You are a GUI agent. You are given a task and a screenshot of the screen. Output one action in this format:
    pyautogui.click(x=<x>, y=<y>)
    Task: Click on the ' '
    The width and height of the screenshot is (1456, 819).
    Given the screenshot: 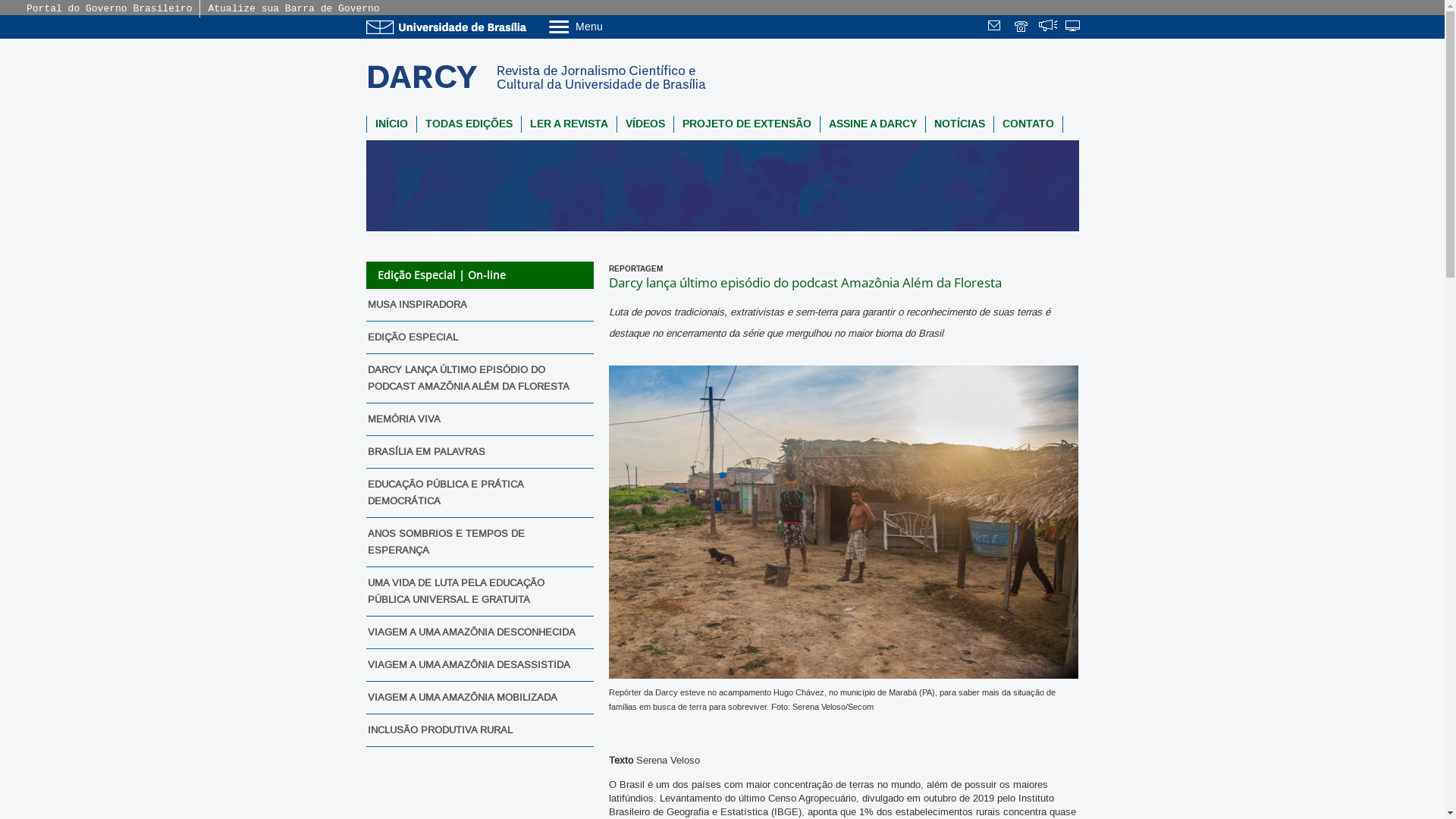 What is the action you would take?
    pyautogui.click(x=1037, y=27)
    